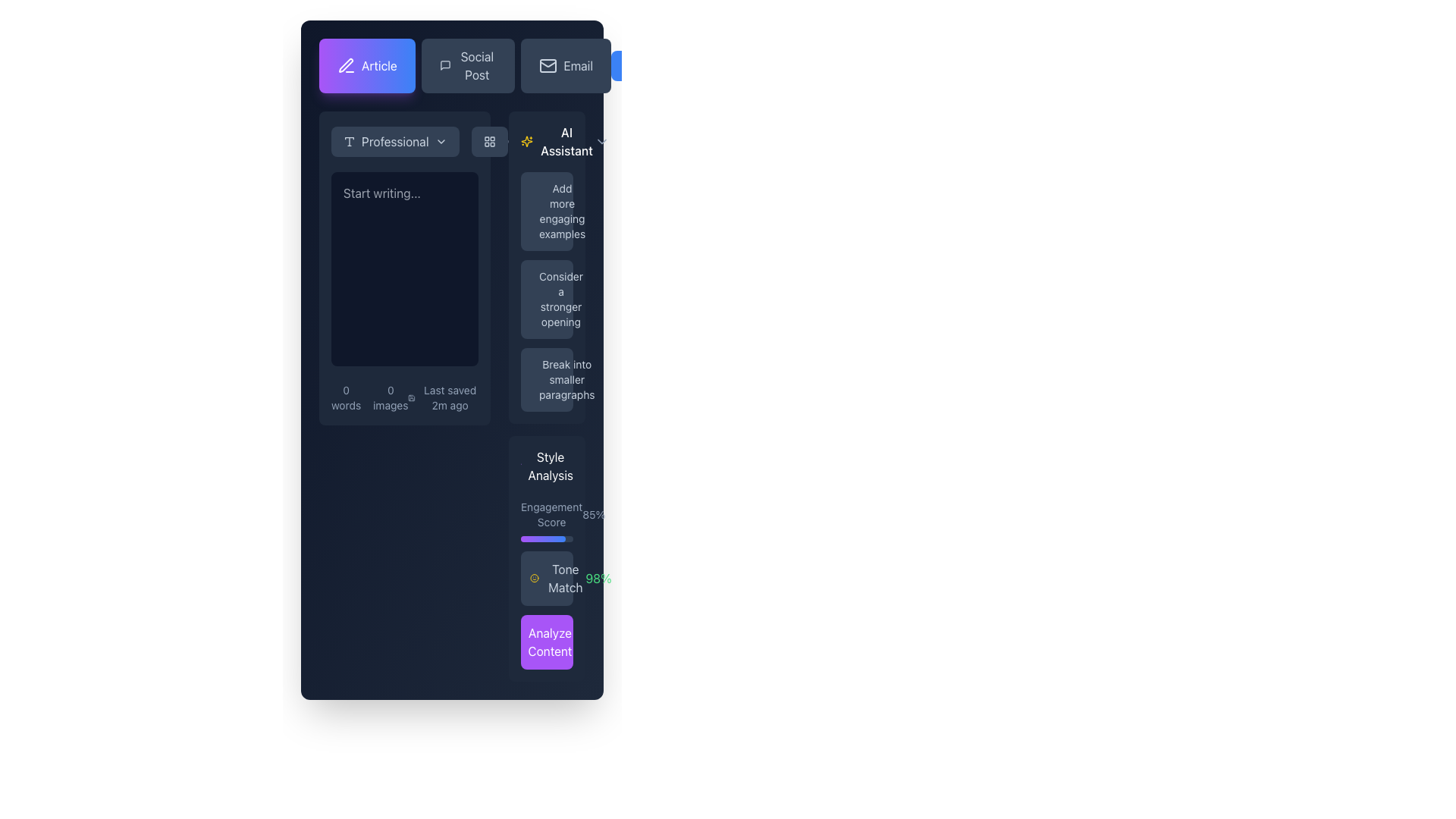 This screenshot has height=819, width=1456. Describe the element at coordinates (546, 141) in the screenshot. I see `the label with an accompanying icon located in the top-right section of the interface, which serves as a title or section description` at that location.